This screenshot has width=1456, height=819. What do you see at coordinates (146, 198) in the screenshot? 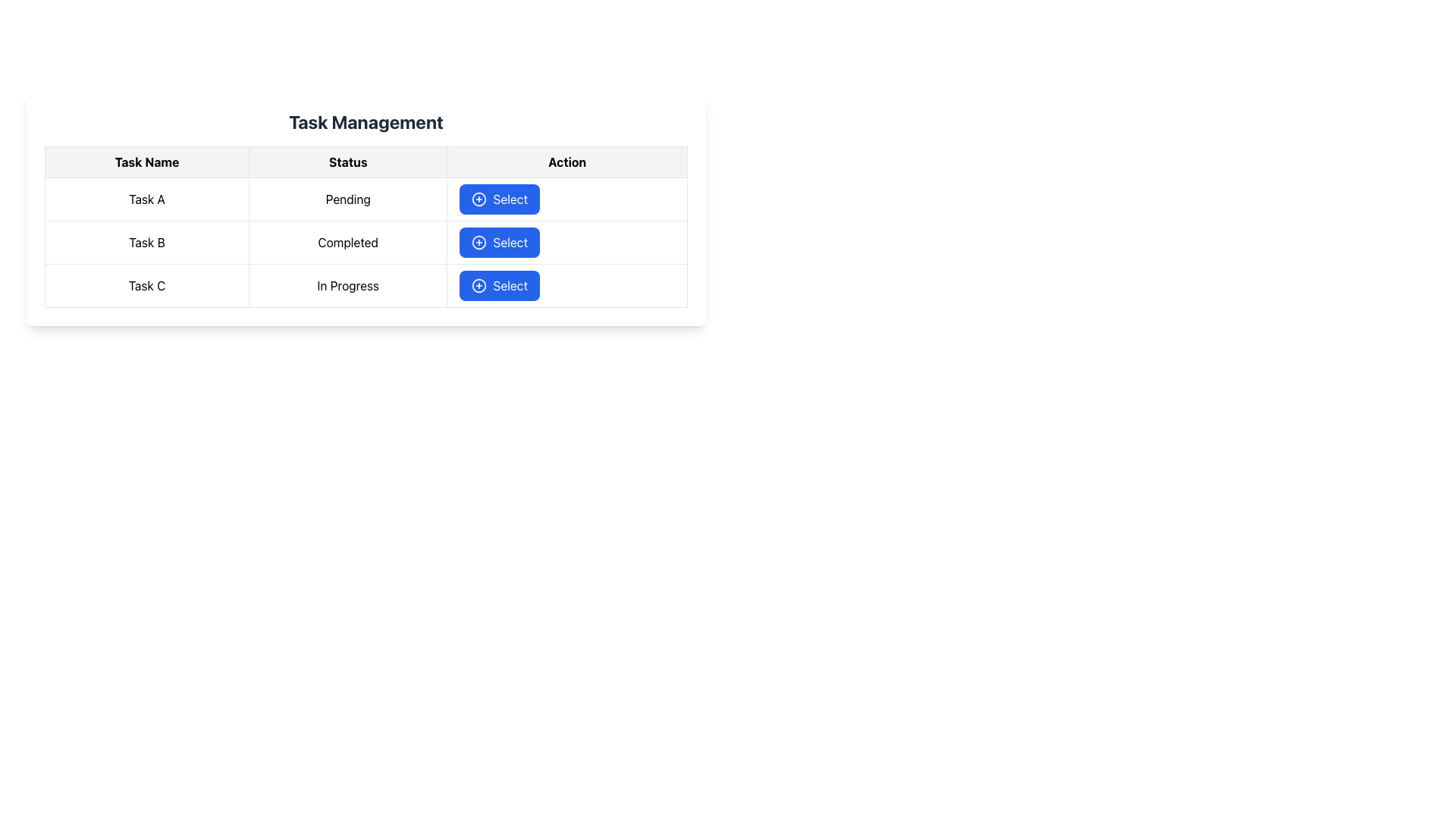
I see `the text label reading 'Task A', which is styled in black font and located in the first row of the 'Task Name' column of a table-like structure` at bounding box center [146, 198].